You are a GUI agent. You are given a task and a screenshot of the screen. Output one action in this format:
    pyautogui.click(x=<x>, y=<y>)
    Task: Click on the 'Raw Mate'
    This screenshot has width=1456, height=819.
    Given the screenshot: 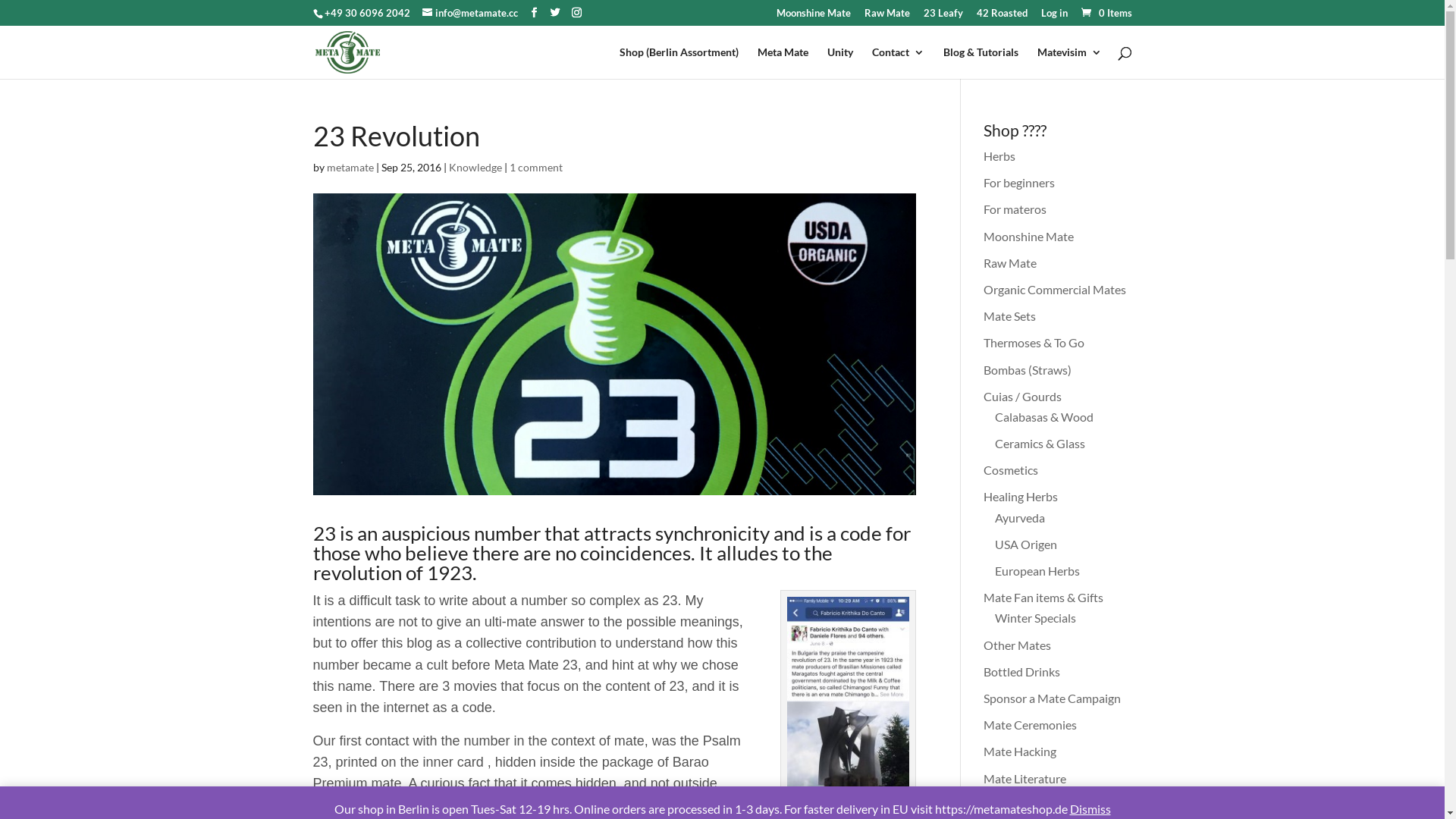 What is the action you would take?
    pyautogui.click(x=887, y=17)
    